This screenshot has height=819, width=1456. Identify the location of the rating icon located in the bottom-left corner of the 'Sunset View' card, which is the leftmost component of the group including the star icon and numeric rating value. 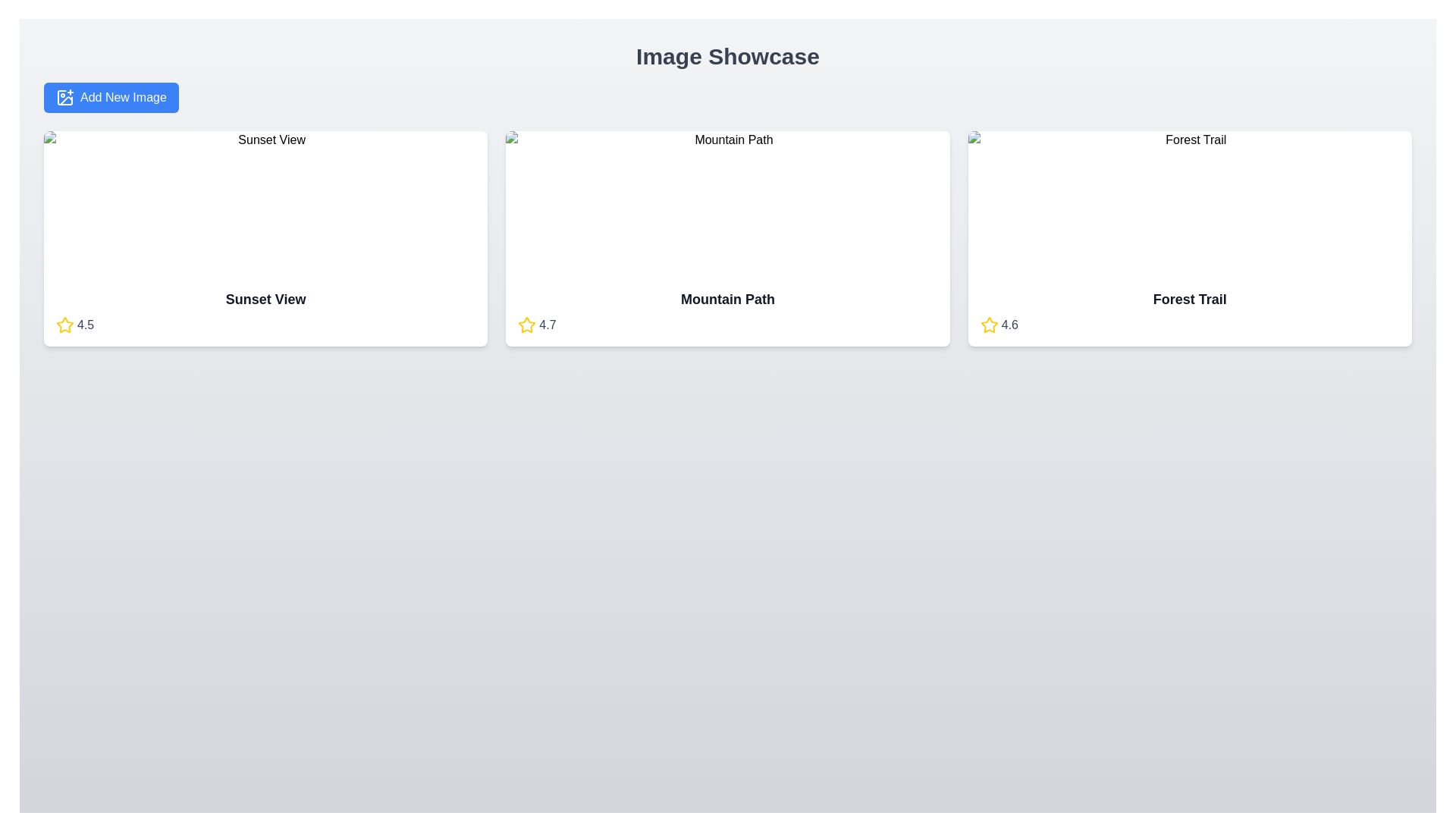
(64, 324).